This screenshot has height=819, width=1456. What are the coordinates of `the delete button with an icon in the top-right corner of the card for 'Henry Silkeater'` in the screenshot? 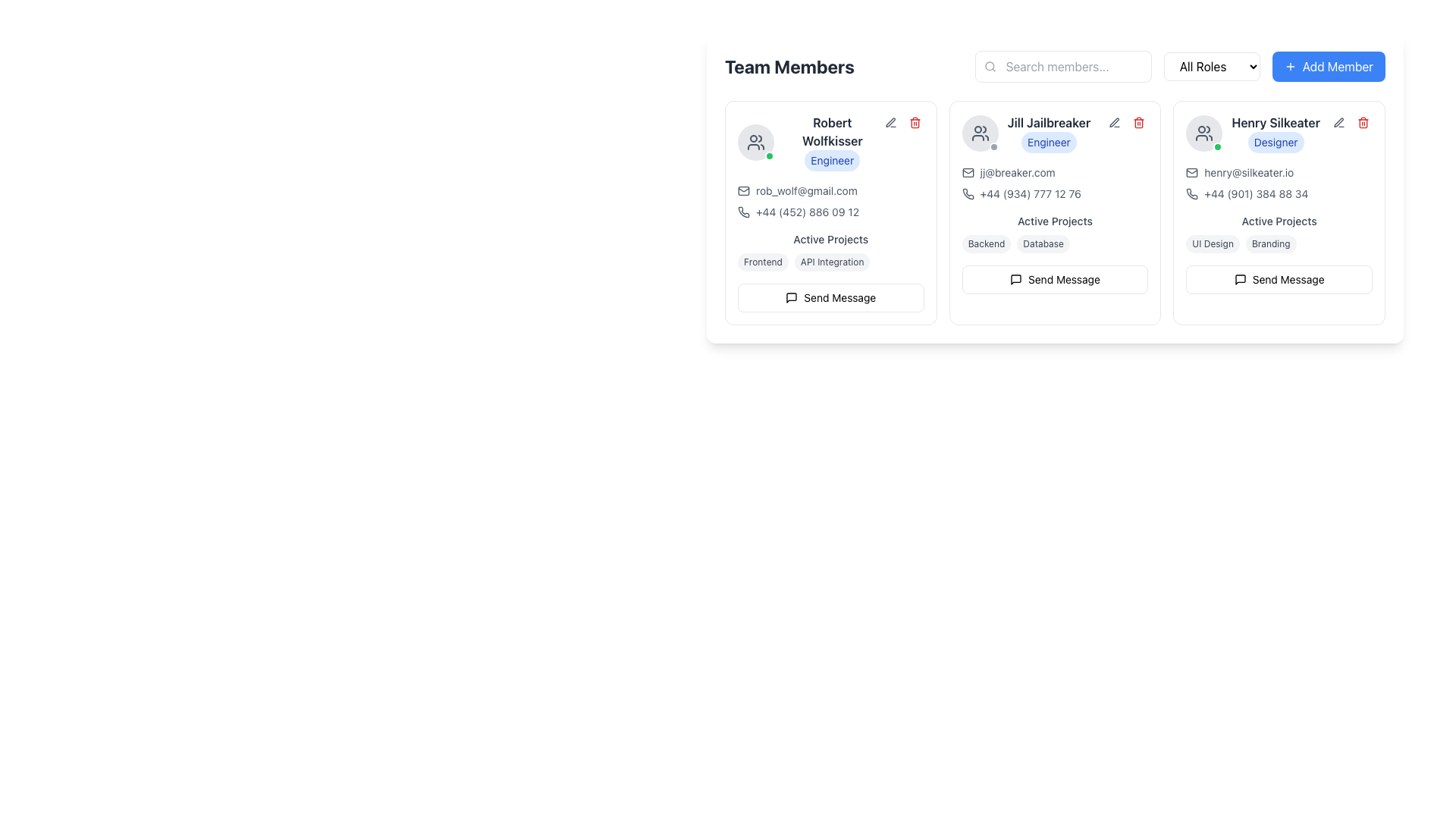 It's located at (1363, 122).